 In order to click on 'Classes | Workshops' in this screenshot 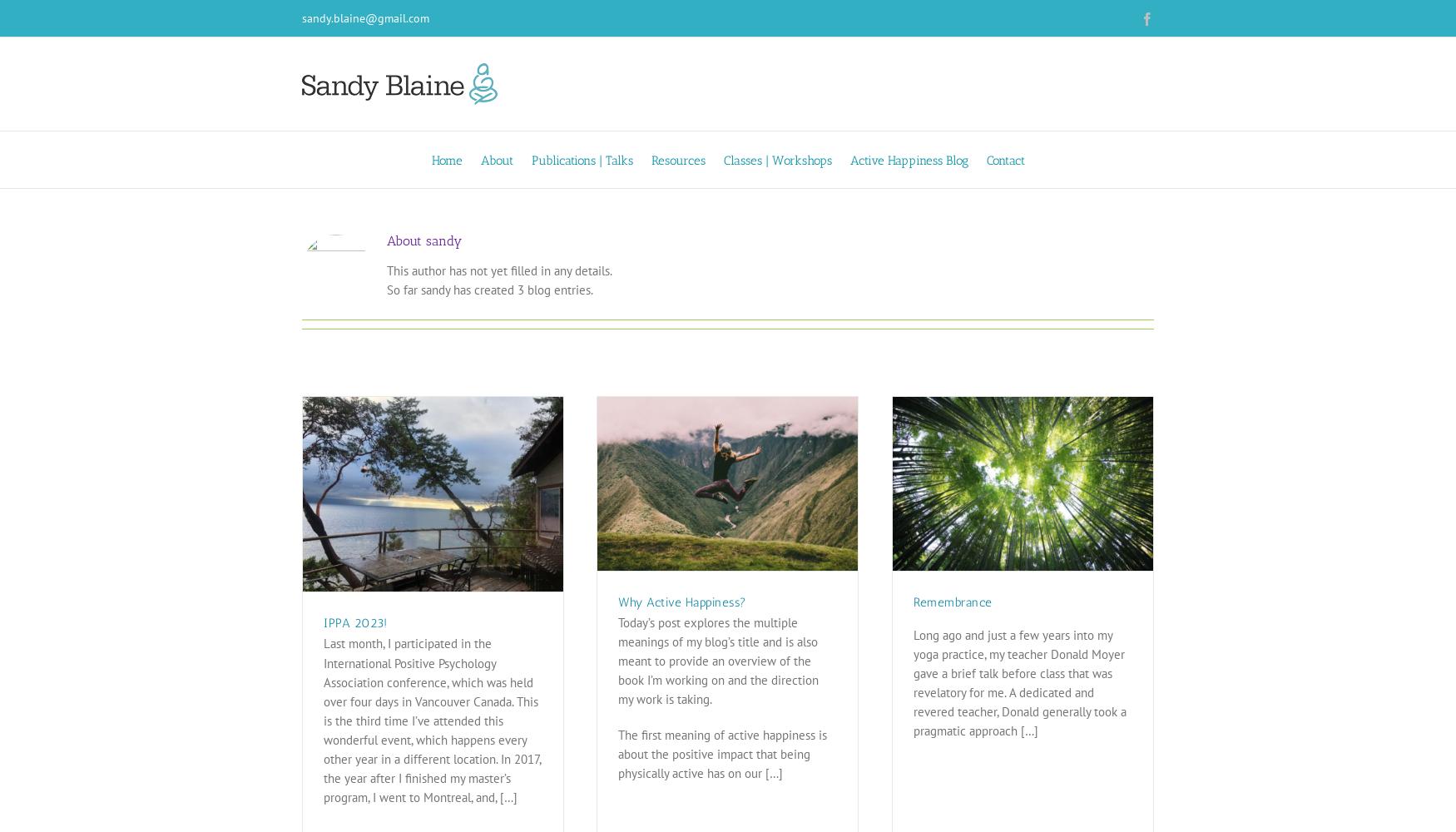, I will do `click(723, 160)`.